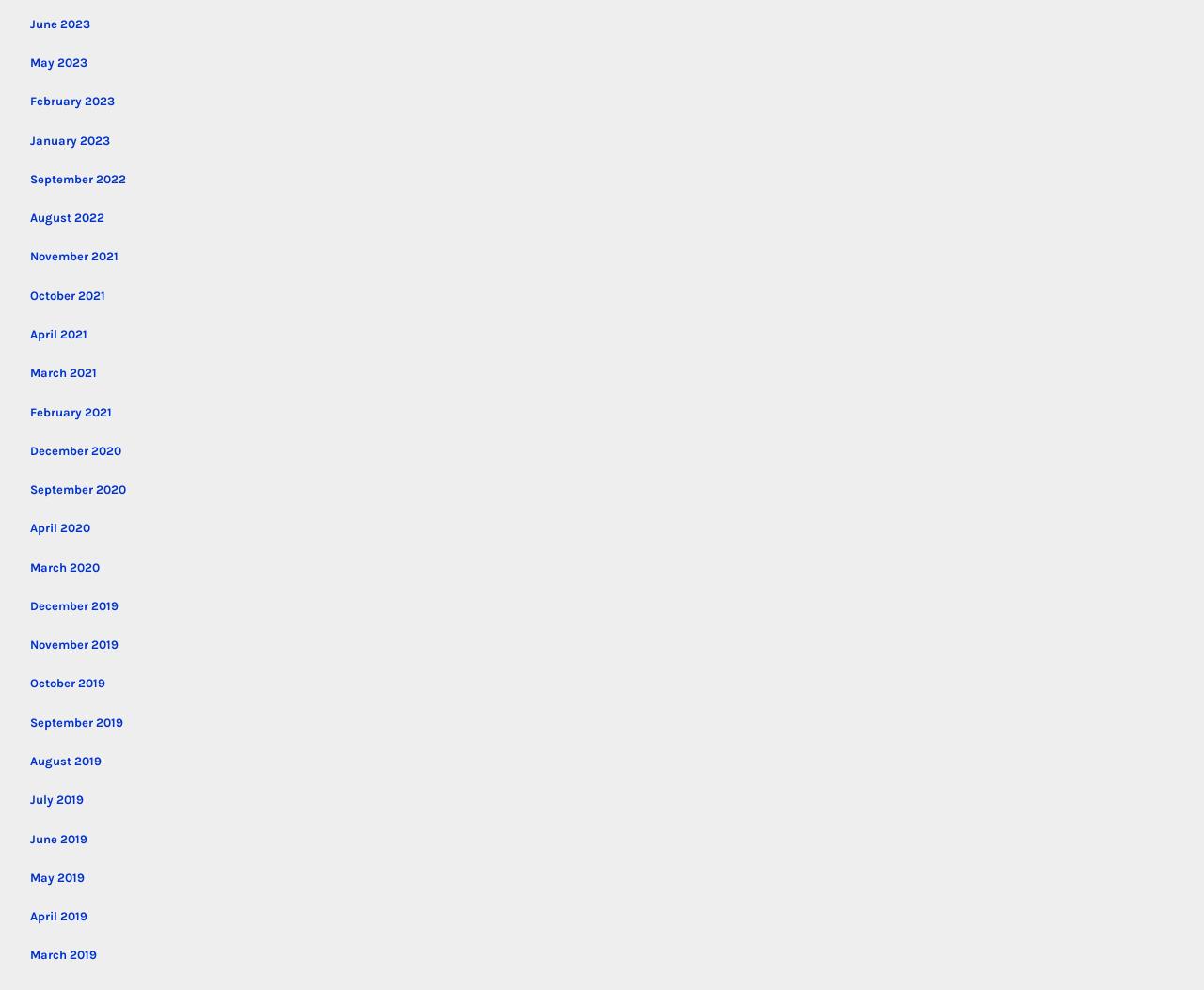 Image resolution: width=1204 pixels, height=990 pixels. I want to click on 'November 2019', so click(73, 644).